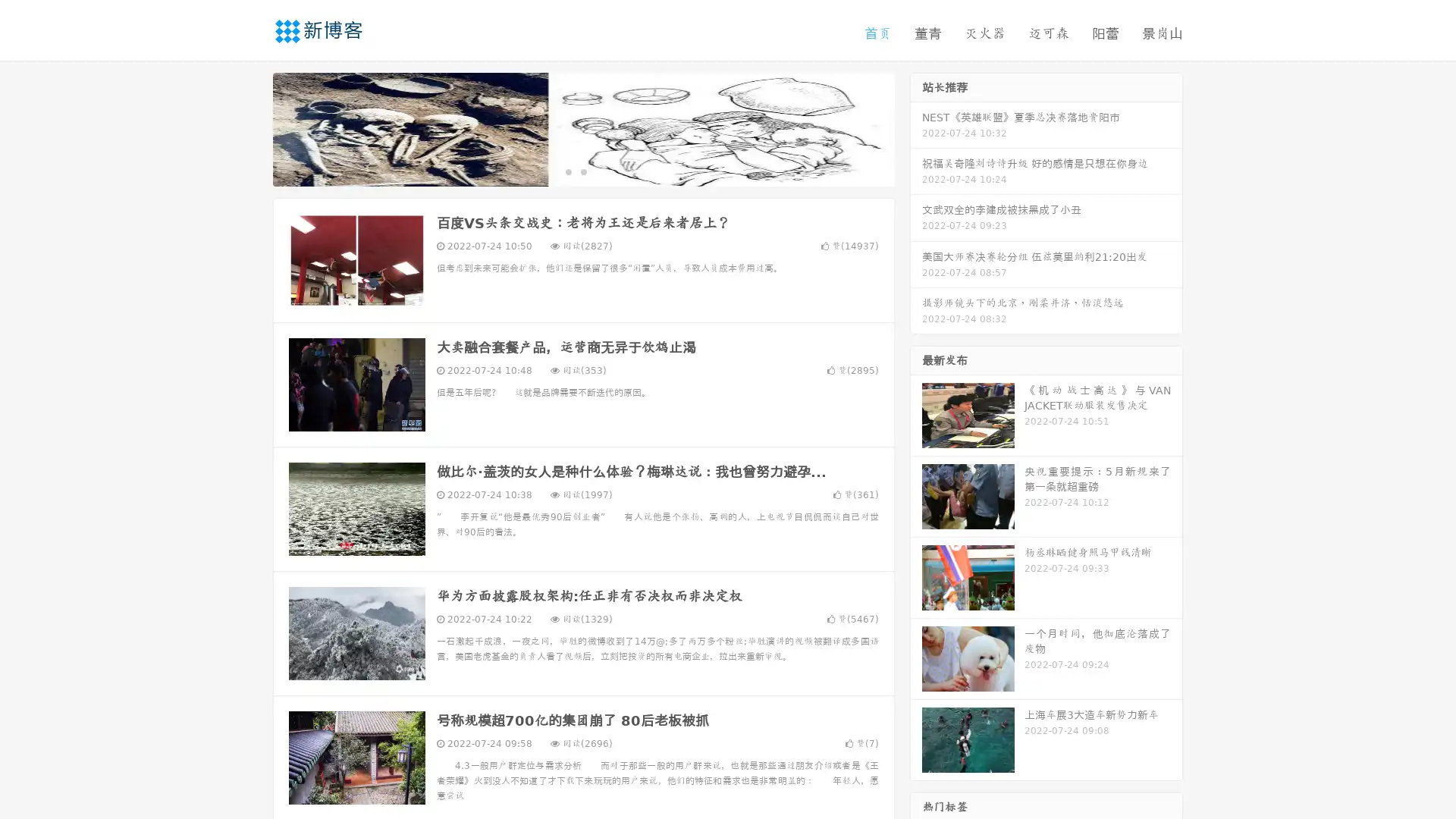  What do you see at coordinates (598, 171) in the screenshot?
I see `Go to slide 3` at bounding box center [598, 171].